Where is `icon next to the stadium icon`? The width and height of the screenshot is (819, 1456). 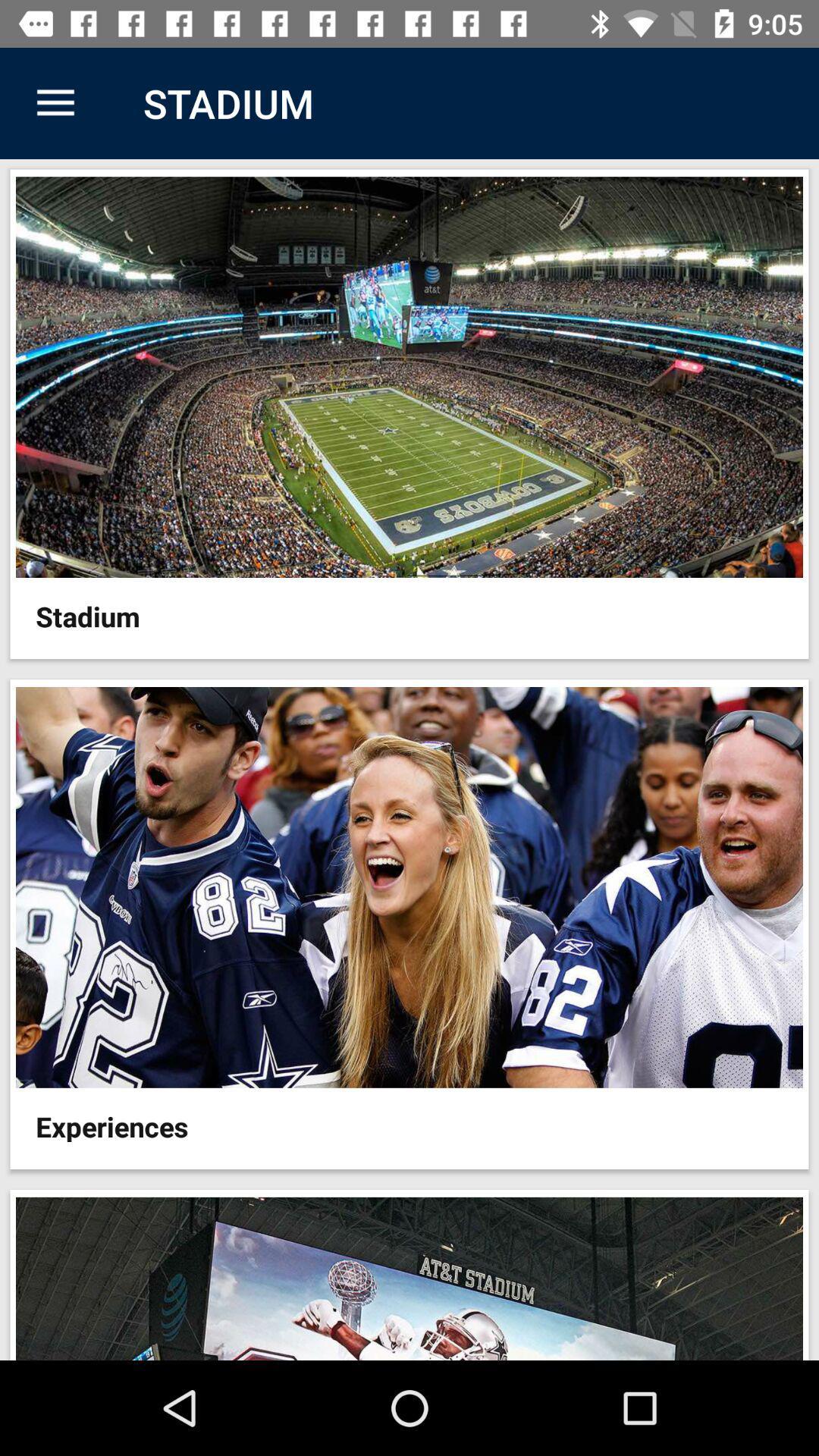
icon next to the stadium icon is located at coordinates (55, 102).